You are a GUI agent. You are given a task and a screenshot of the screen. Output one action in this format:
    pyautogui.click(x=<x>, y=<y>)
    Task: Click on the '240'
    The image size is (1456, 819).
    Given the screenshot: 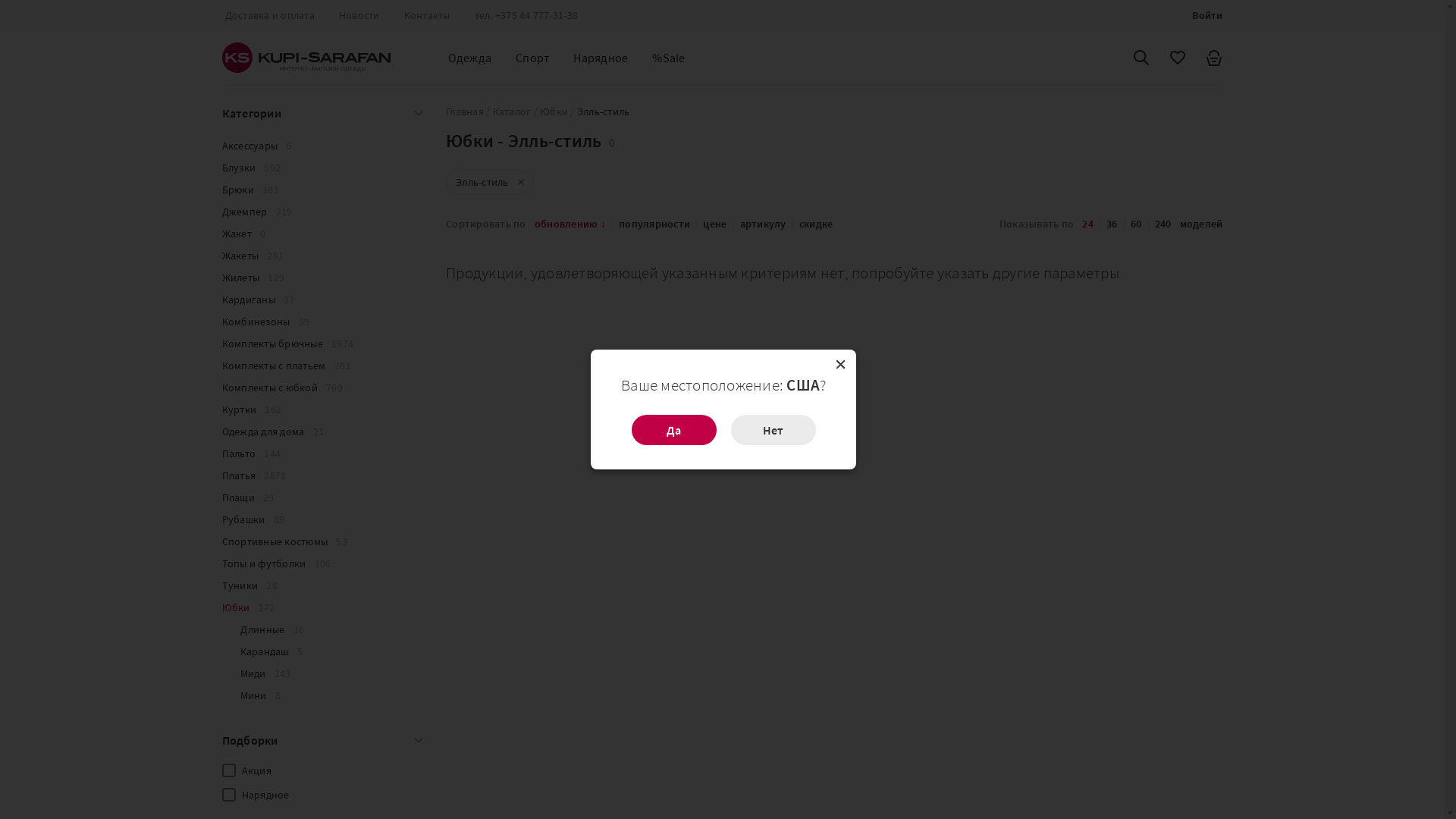 What is the action you would take?
    pyautogui.click(x=1162, y=223)
    